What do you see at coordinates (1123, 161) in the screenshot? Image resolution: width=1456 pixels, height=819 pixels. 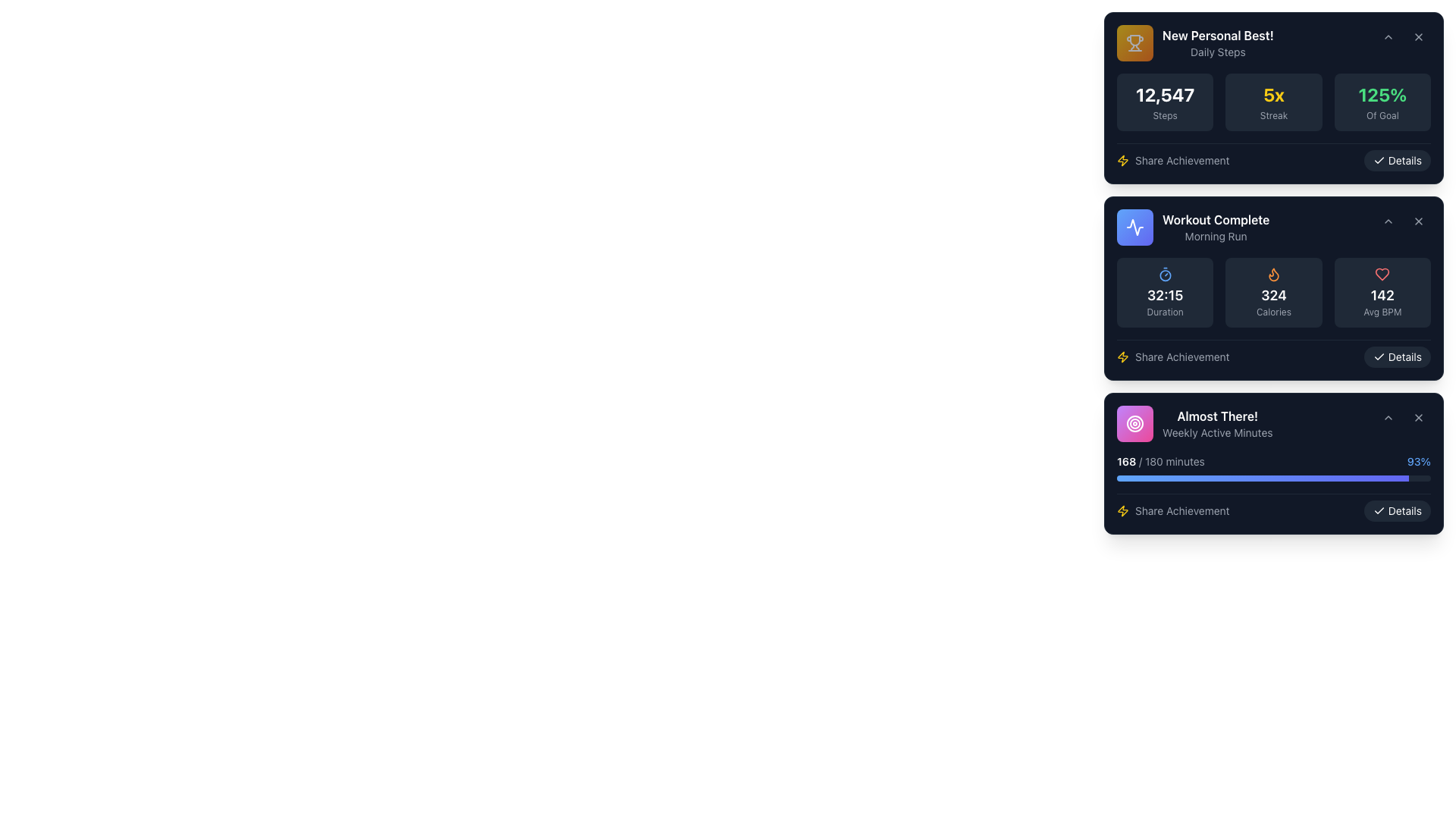 I see `the static representation of the yellow lightning bolt icon located in the bottom-left corner of the 'Workout Complete' card, adjacent to the 'Share Achievement' label` at bounding box center [1123, 161].